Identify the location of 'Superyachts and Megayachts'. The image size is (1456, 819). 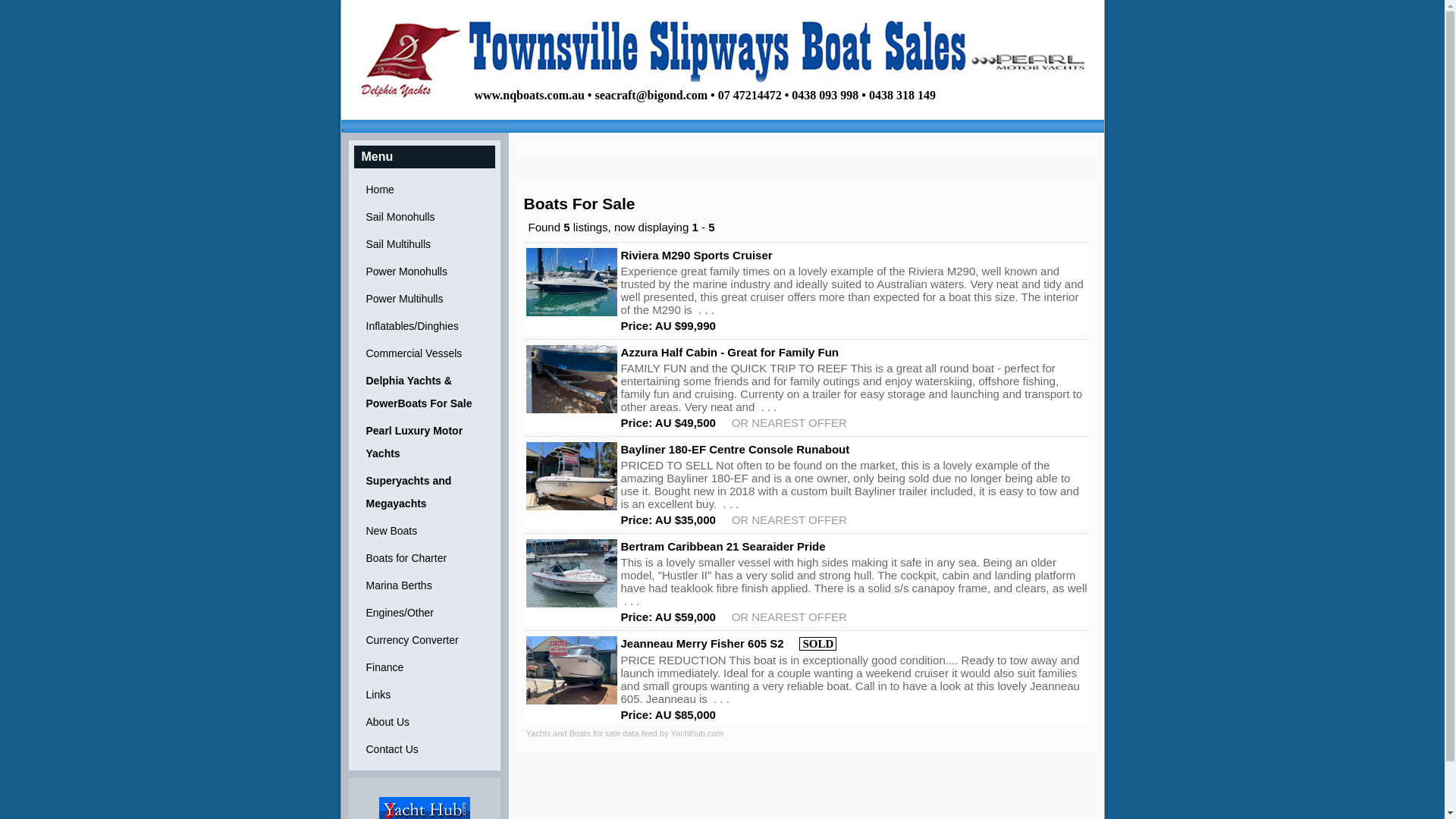
(425, 491).